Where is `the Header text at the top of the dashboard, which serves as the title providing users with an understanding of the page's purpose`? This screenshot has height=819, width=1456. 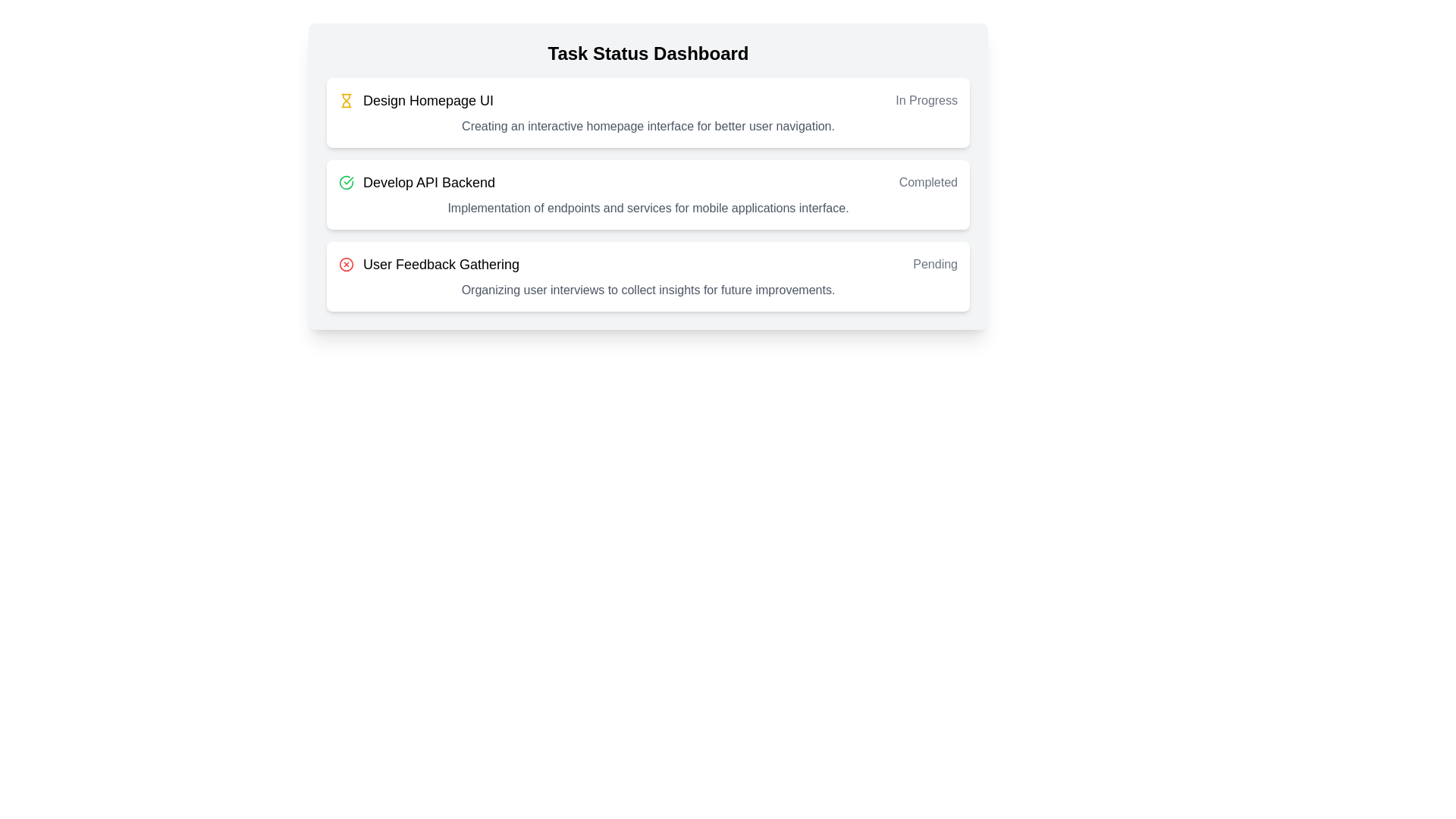
the Header text at the top of the dashboard, which serves as the title providing users with an understanding of the page's purpose is located at coordinates (648, 52).